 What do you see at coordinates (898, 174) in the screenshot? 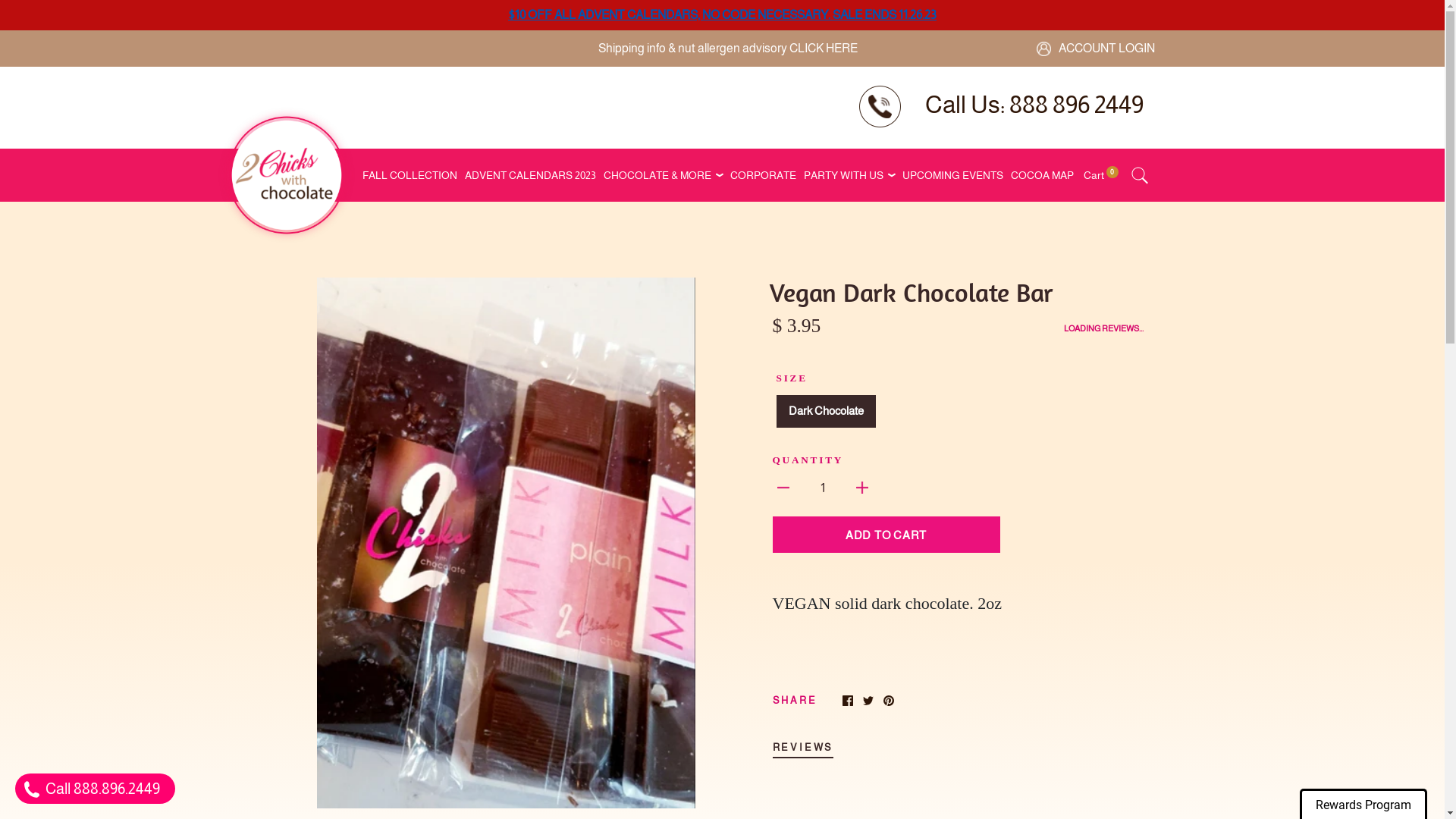
I see `'UPCOMING EVENTS'` at bounding box center [898, 174].